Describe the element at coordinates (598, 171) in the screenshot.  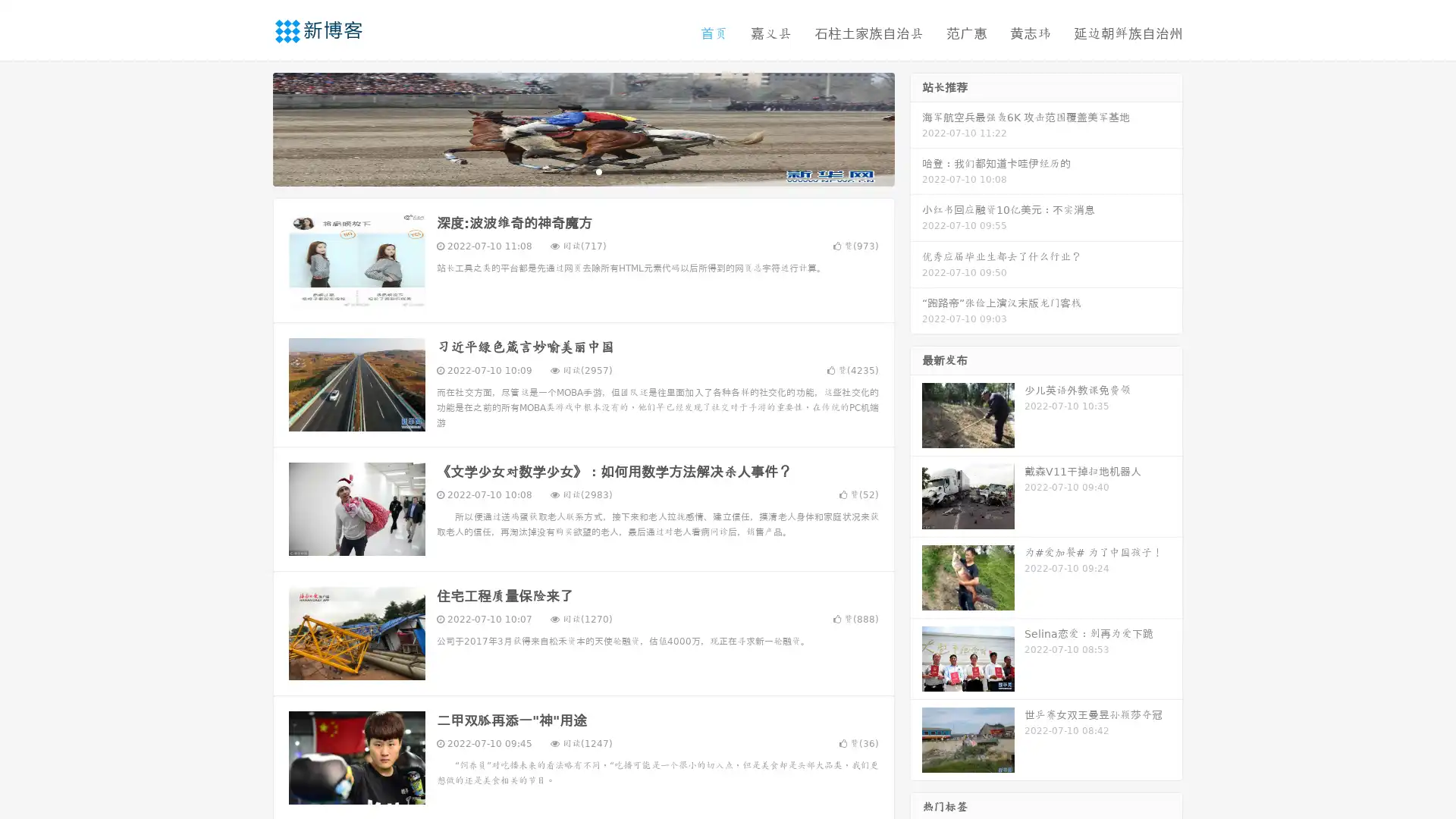
I see `Go to slide 3` at that location.